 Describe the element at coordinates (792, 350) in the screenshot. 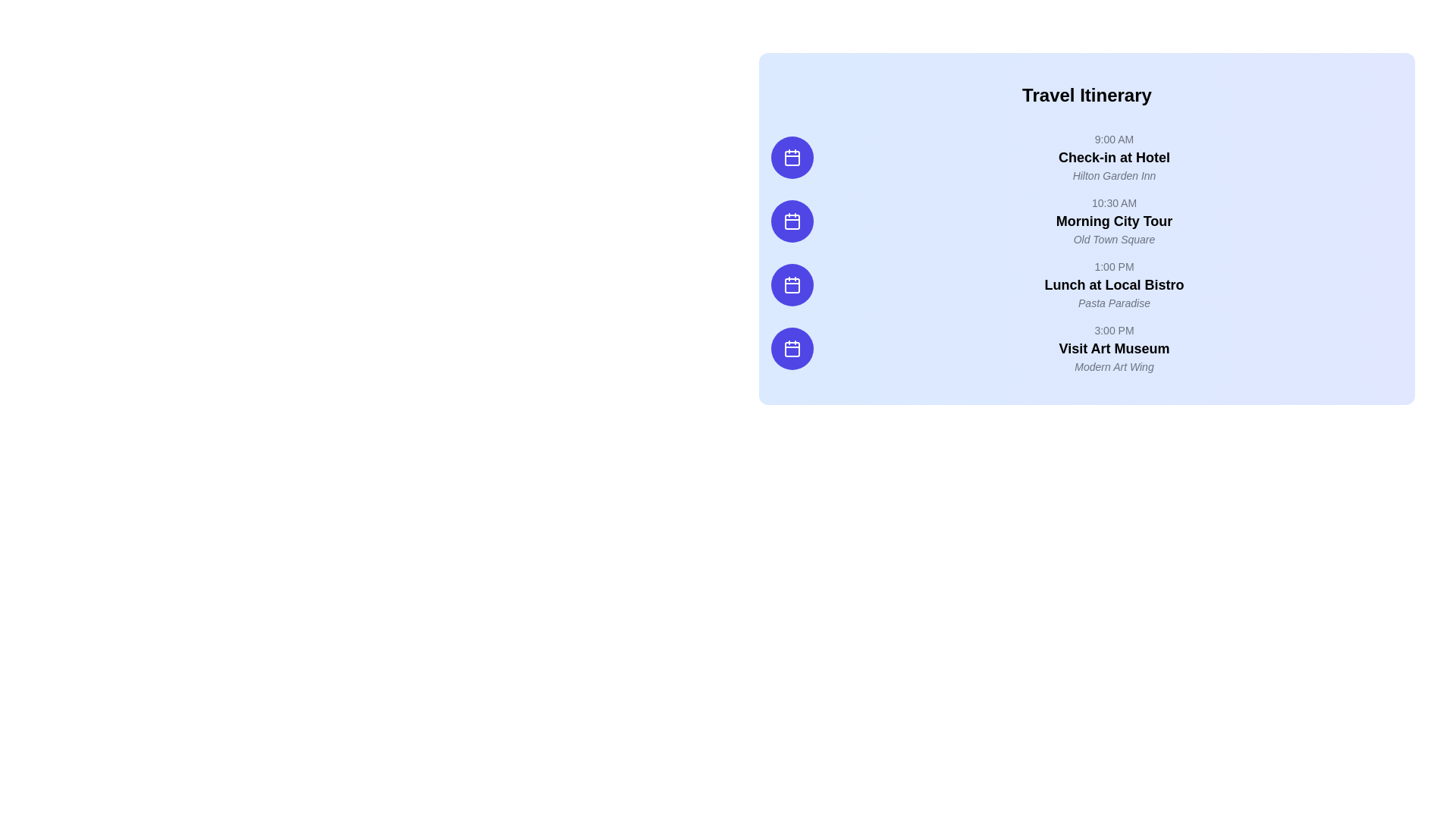

I see `the fourth calendar icon in the vertical stack on the left side of the 'Travel Itinerary' section` at that location.